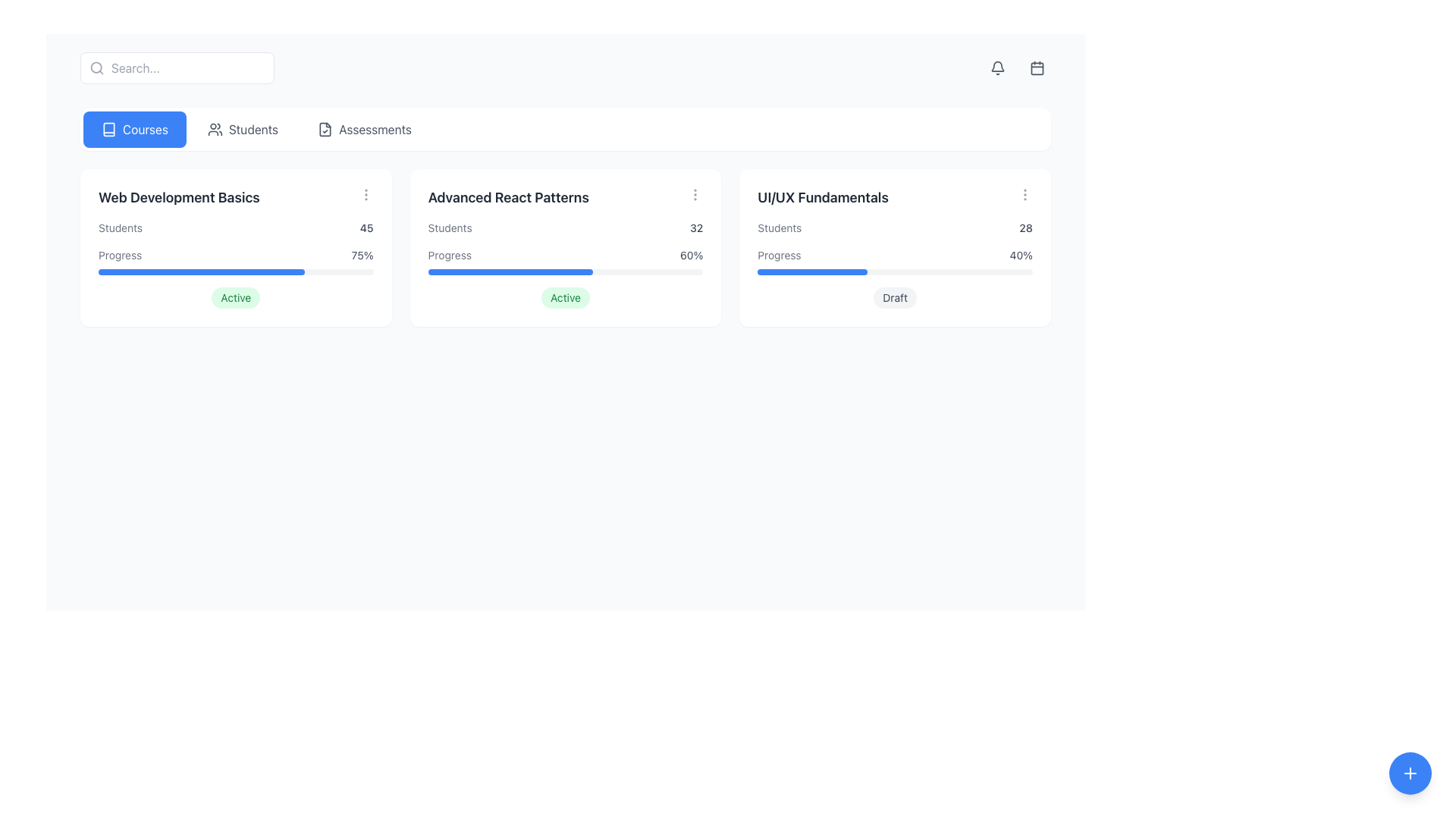 The height and width of the screenshot is (819, 1456). I want to click on the Progress bar fill element indicating 40% completion within the 'UI/UX Fundamentals' card, located on the far-right of the main section, so click(811, 271).